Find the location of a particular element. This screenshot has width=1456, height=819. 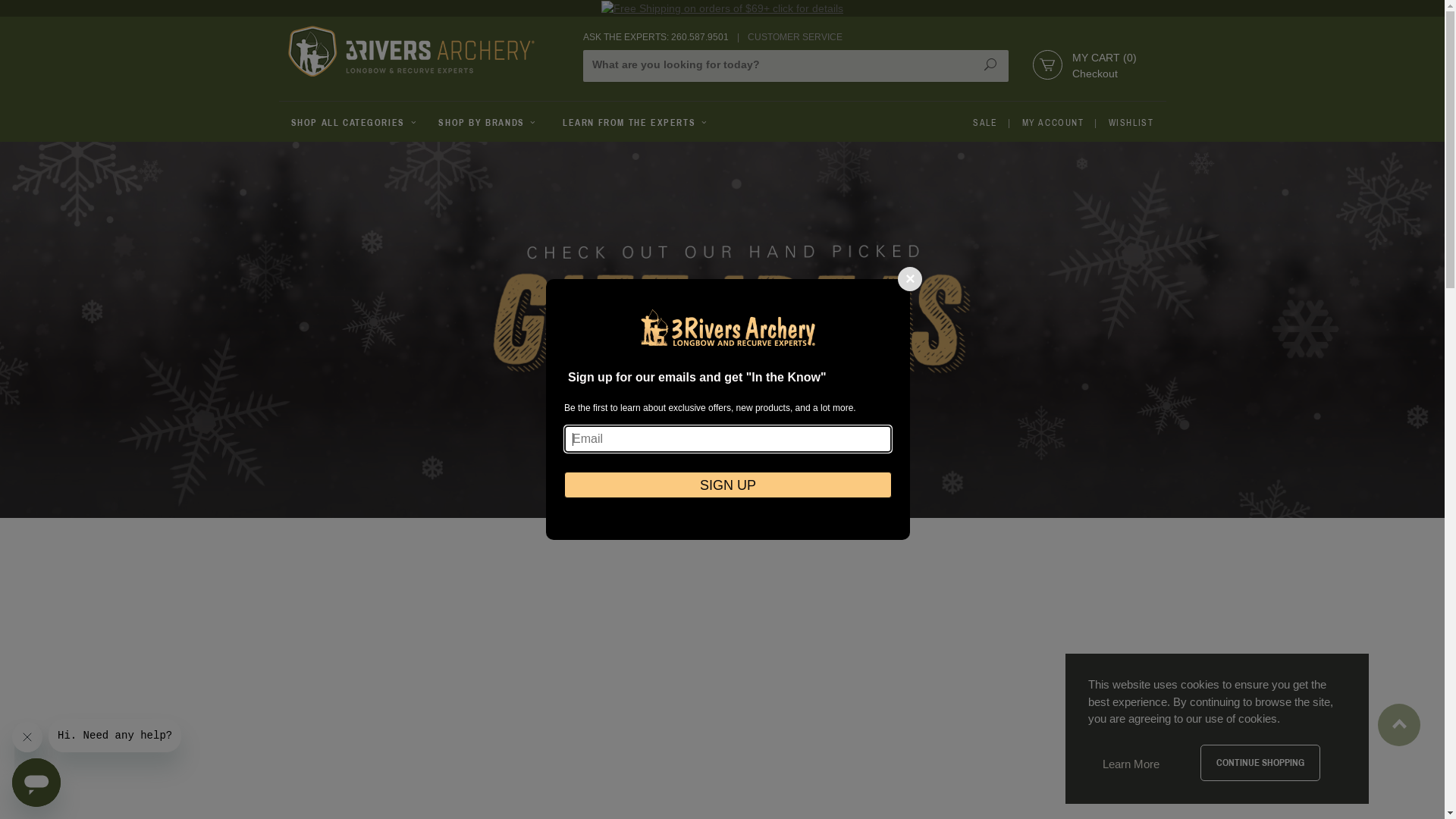

'Message from company' is located at coordinates (48, 734).